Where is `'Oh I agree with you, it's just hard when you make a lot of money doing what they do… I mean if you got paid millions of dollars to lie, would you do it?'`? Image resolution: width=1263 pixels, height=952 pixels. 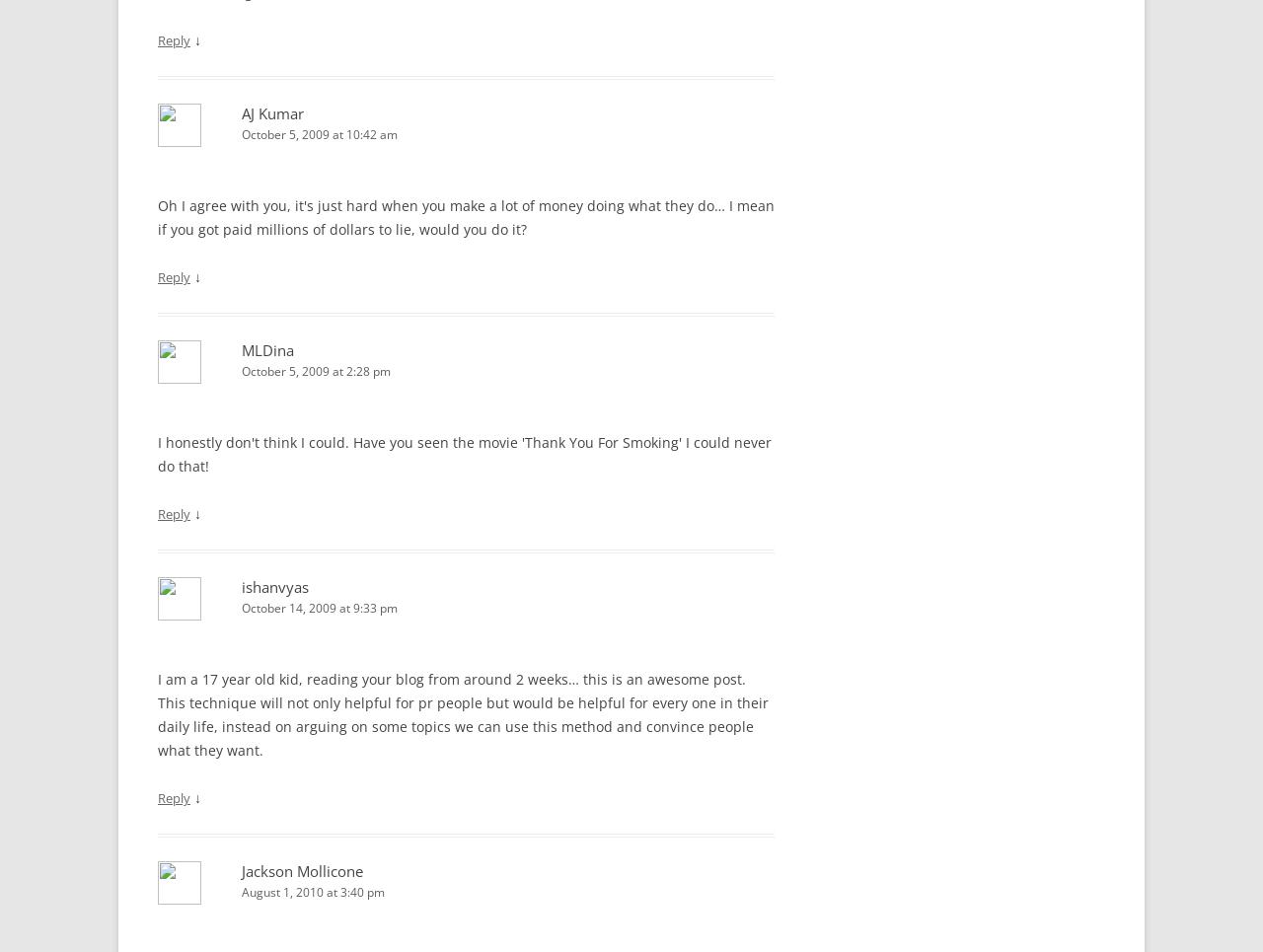 'Oh I agree with you, it's just hard when you make a lot of money doing what they do… I mean if you got paid millions of dollars to lie, would you do it?' is located at coordinates (465, 217).